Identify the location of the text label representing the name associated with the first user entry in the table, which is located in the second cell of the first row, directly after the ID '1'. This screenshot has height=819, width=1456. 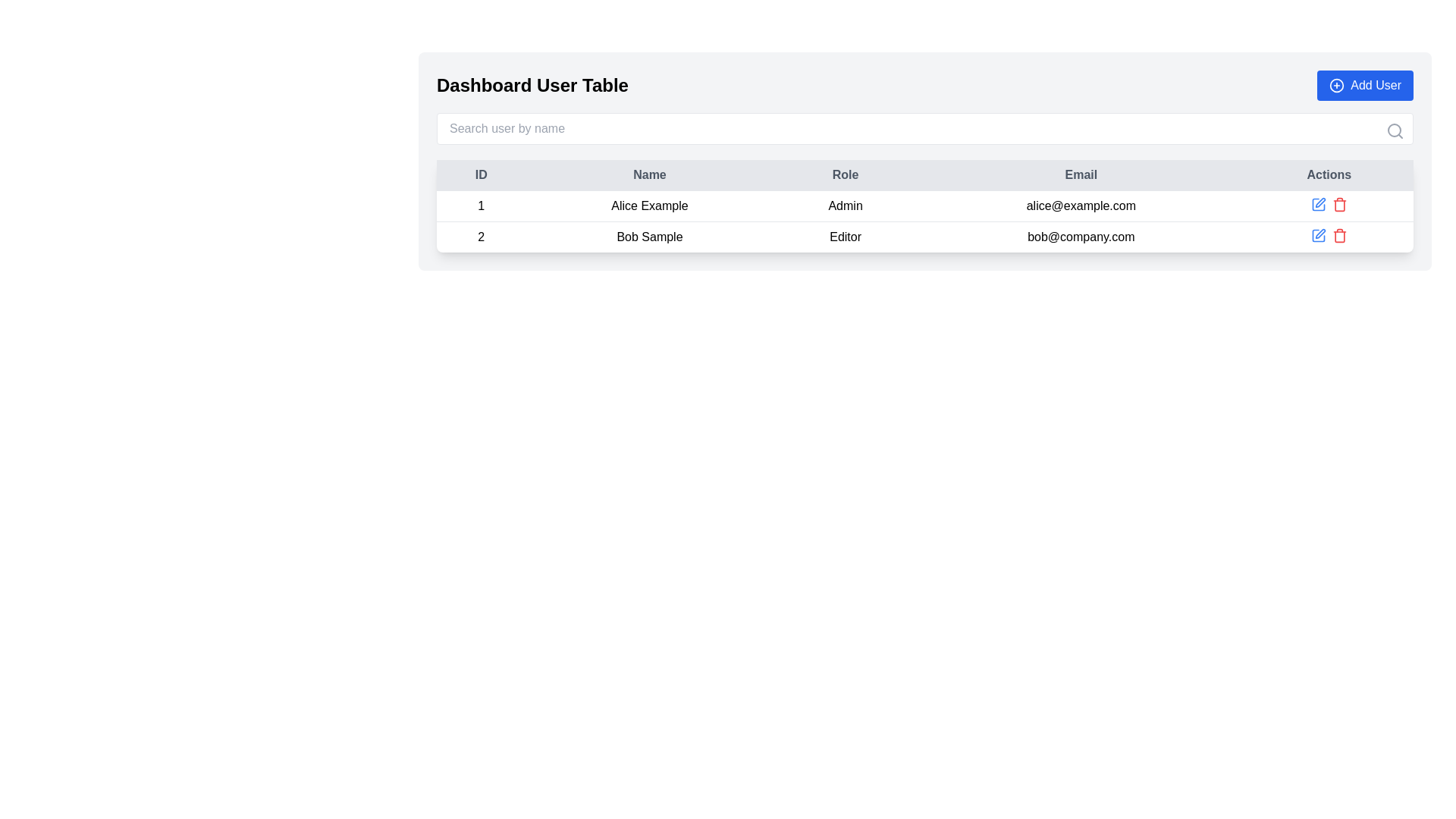
(649, 206).